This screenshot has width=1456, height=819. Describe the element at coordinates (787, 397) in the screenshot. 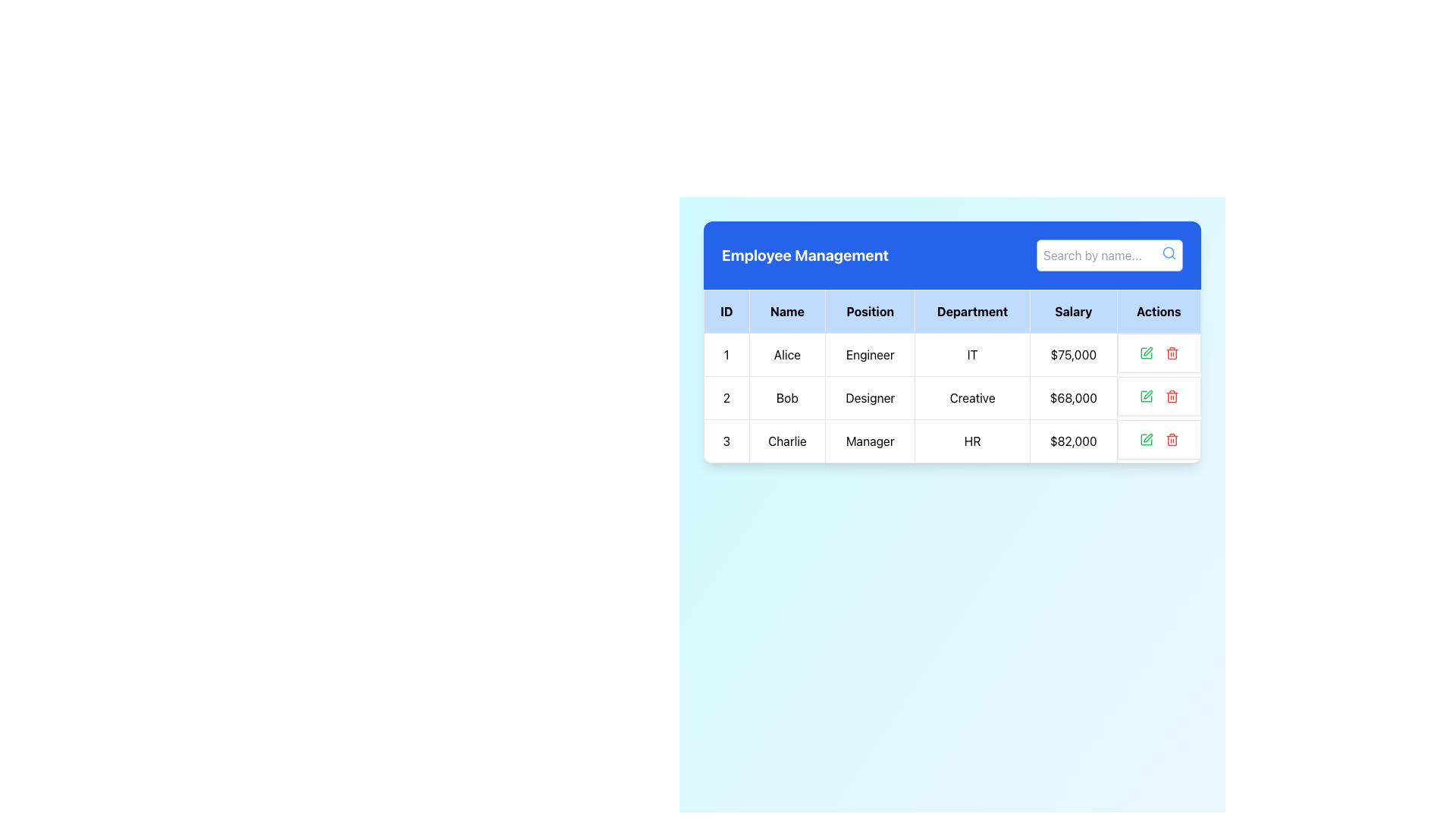

I see `the text label displaying the name 'Bob' in the second row of the table, which is located under the 'Name' column` at that location.